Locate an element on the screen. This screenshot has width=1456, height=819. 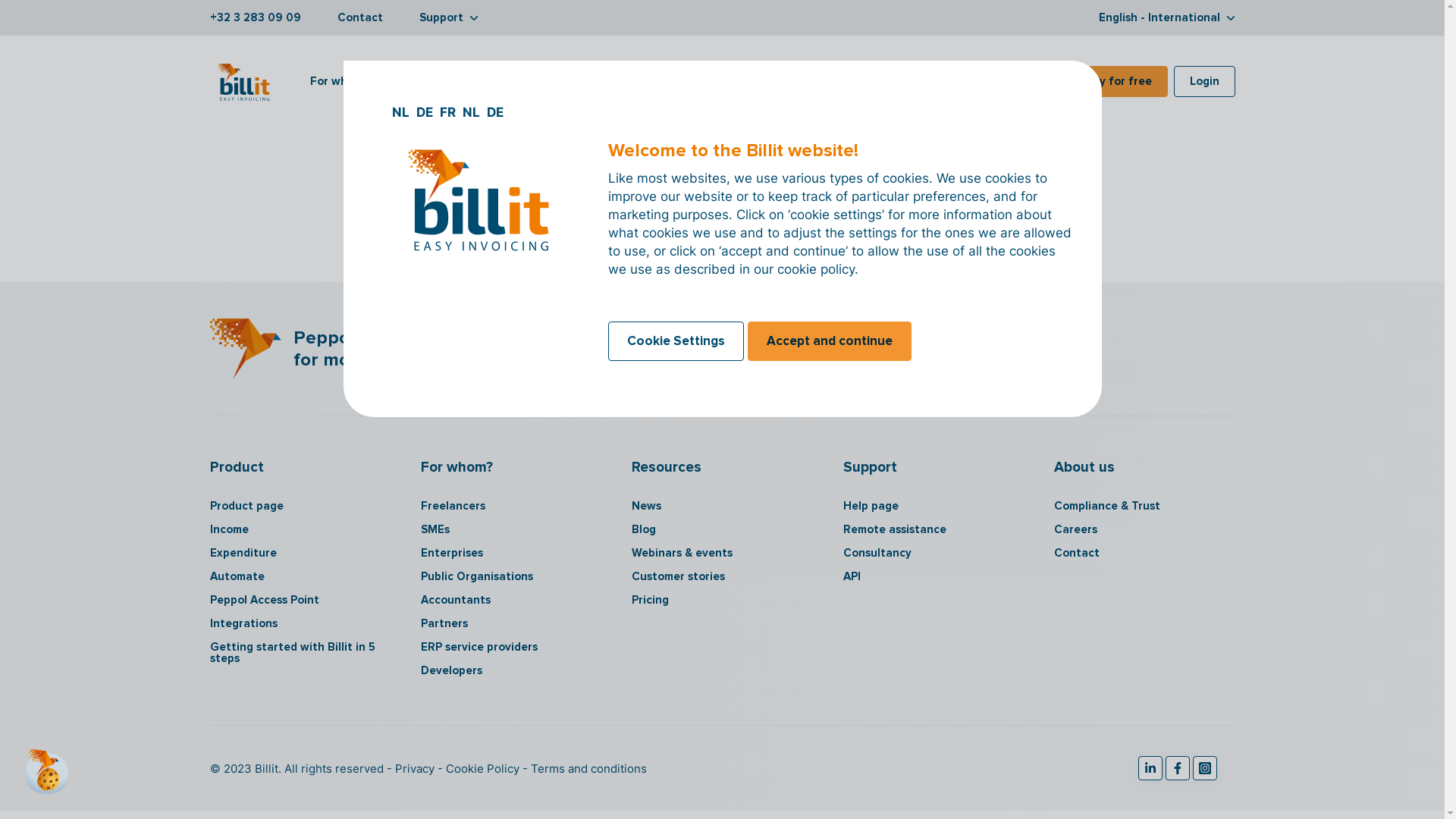
'Billit Logo' is located at coordinates (243, 86).